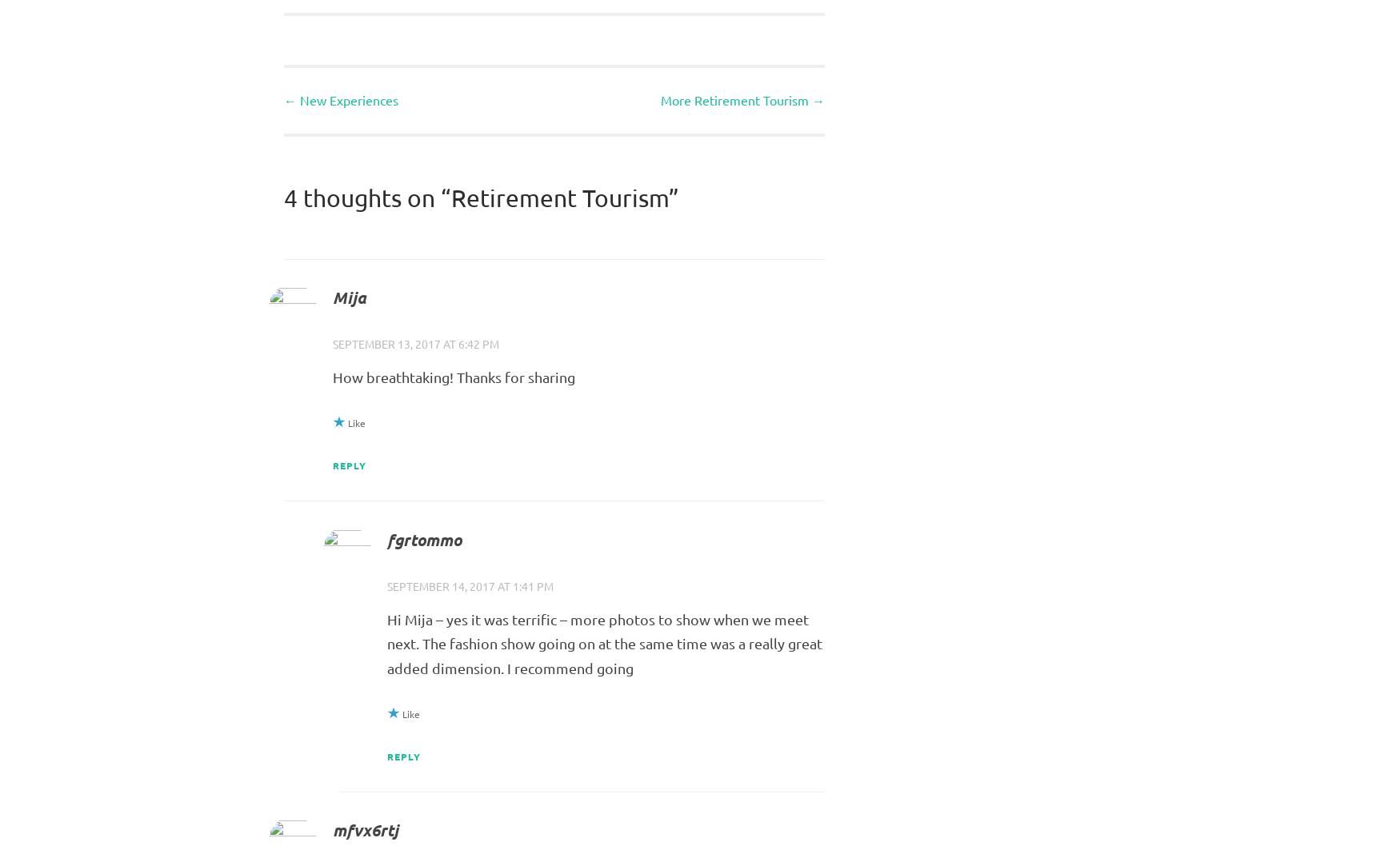 Image resolution: width=1400 pixels, height=846 pixels. I want to click on 'Mija', so click(348, 297).